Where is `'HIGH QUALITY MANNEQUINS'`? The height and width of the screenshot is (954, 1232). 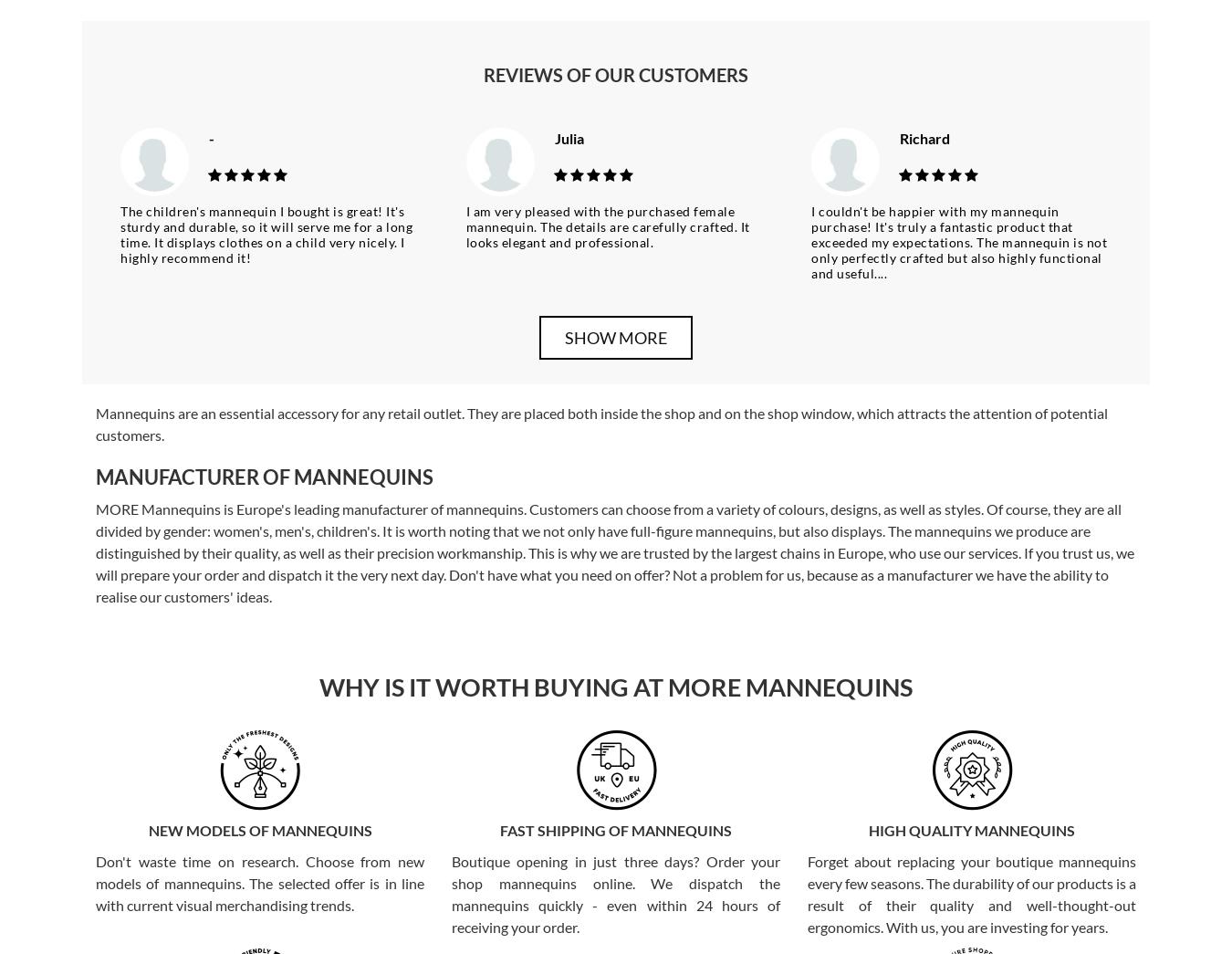
'HIGH QUALITY MANNEQUINS' is located at coordinates (972, 830).